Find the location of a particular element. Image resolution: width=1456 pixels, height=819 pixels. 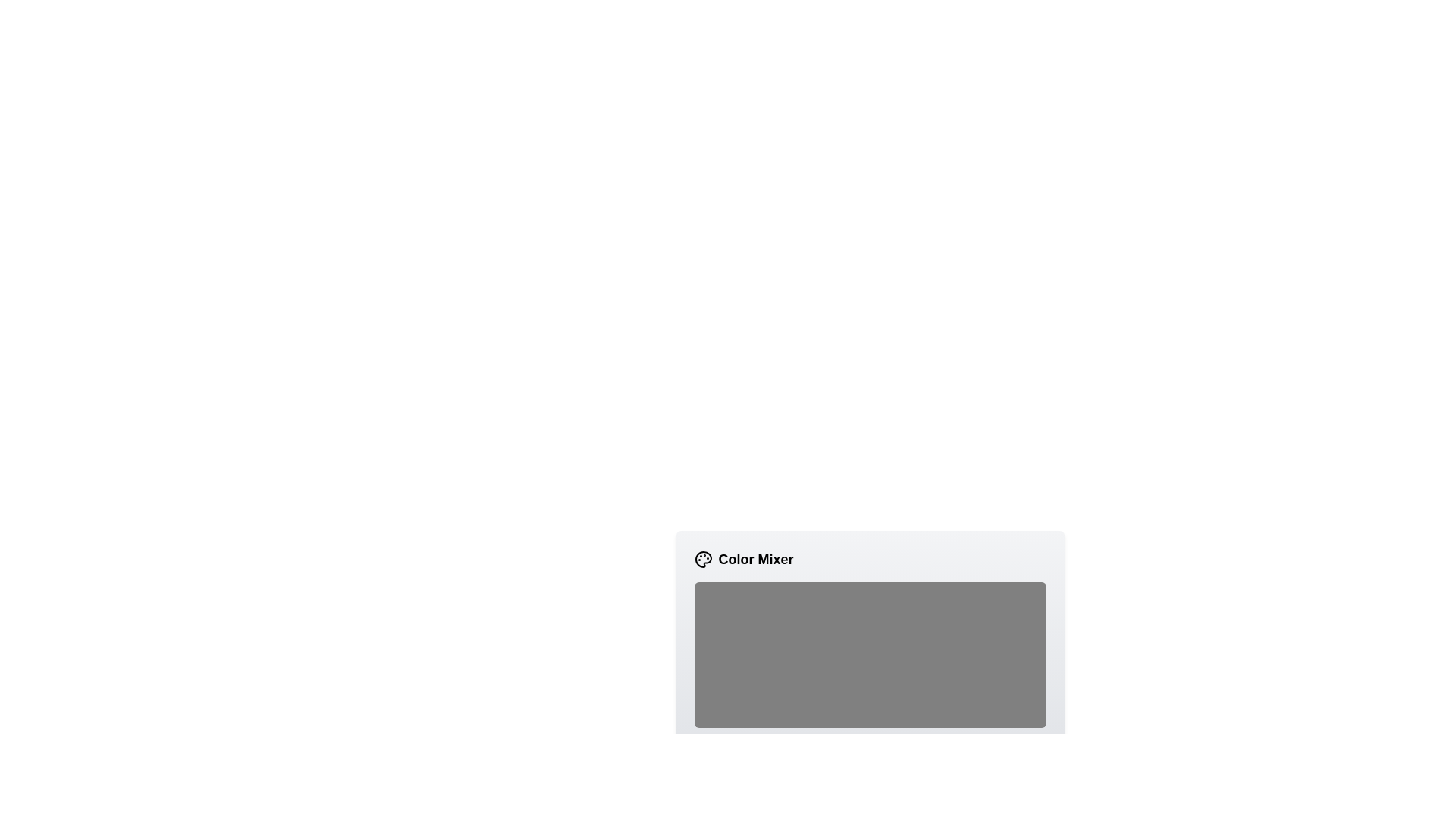

the palette icon, which is styled as a painter's palette with circular paint regions, located next to the 'Color Mixer' text in the header section is located at coordinates (702, 559).